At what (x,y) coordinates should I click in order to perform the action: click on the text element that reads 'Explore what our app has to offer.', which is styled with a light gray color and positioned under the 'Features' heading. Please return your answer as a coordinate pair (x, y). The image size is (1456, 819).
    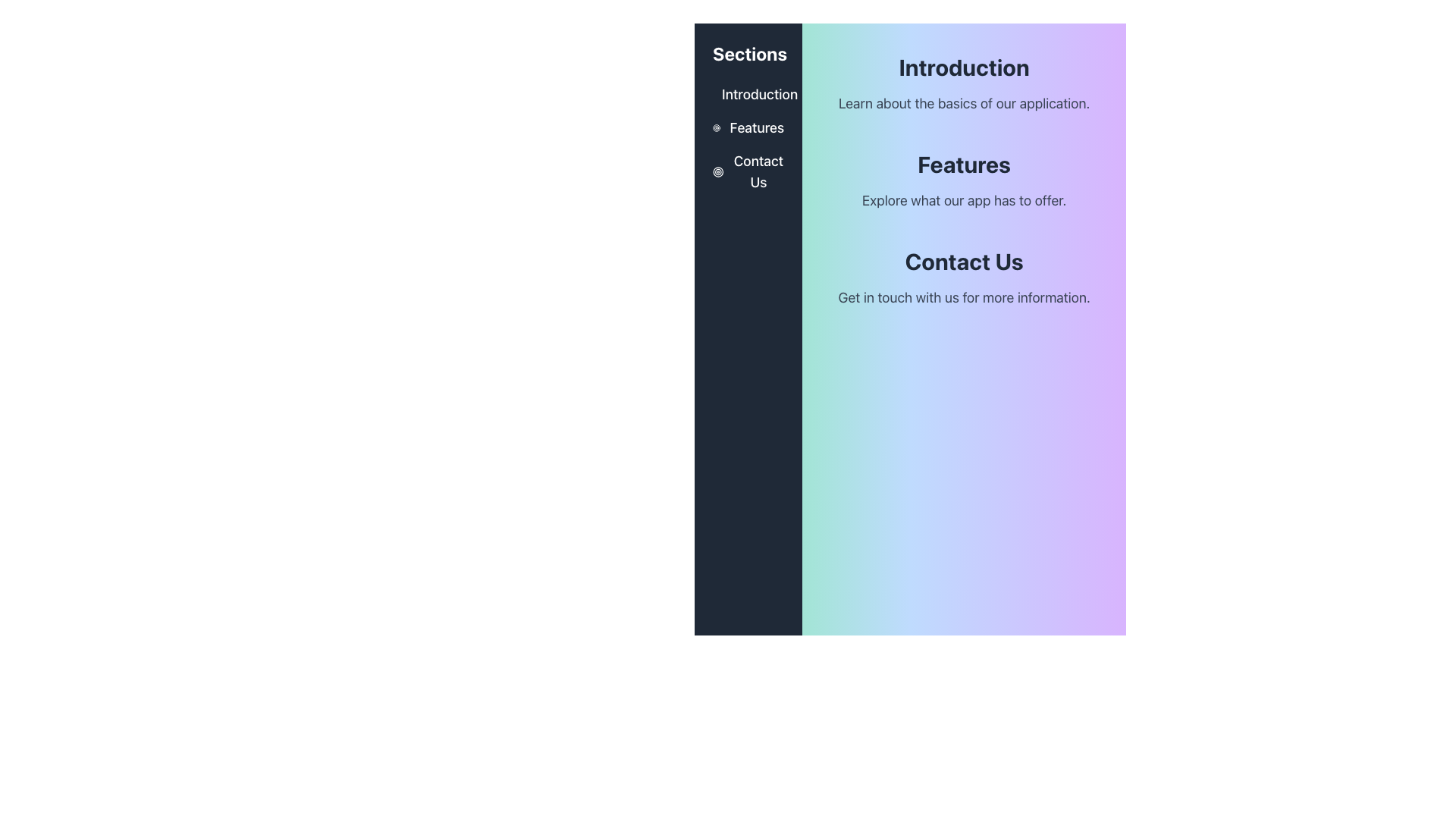
    Looking at the image, I should click on (963, 200).